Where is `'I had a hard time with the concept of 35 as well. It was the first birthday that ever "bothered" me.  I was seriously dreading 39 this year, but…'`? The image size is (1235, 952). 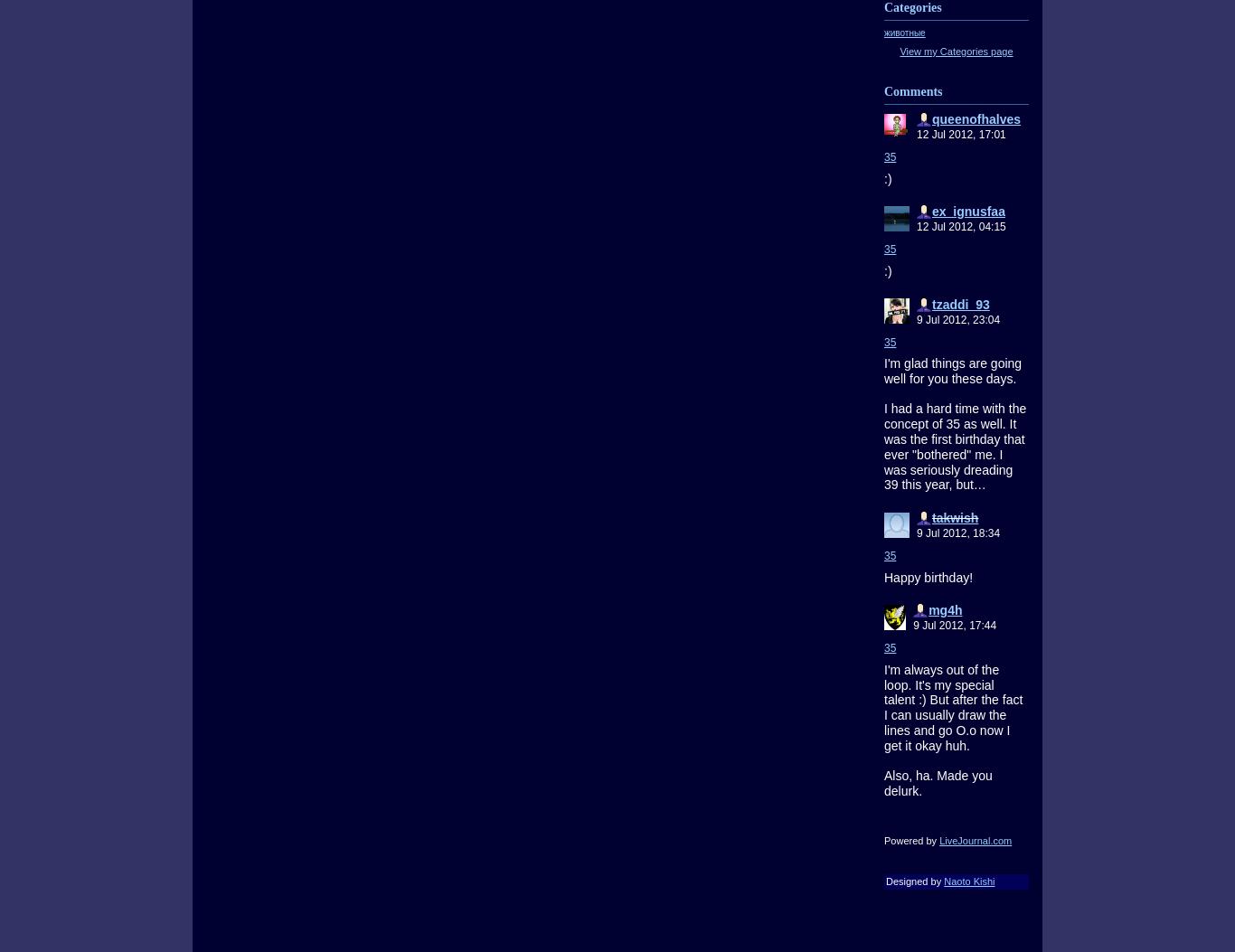 'I had a hard time with the concept of 35 as well. It was the first birthday that ever "bothered" me.  I was seriously dreading 39 this year, but…' is located at coordinates (954, 446).